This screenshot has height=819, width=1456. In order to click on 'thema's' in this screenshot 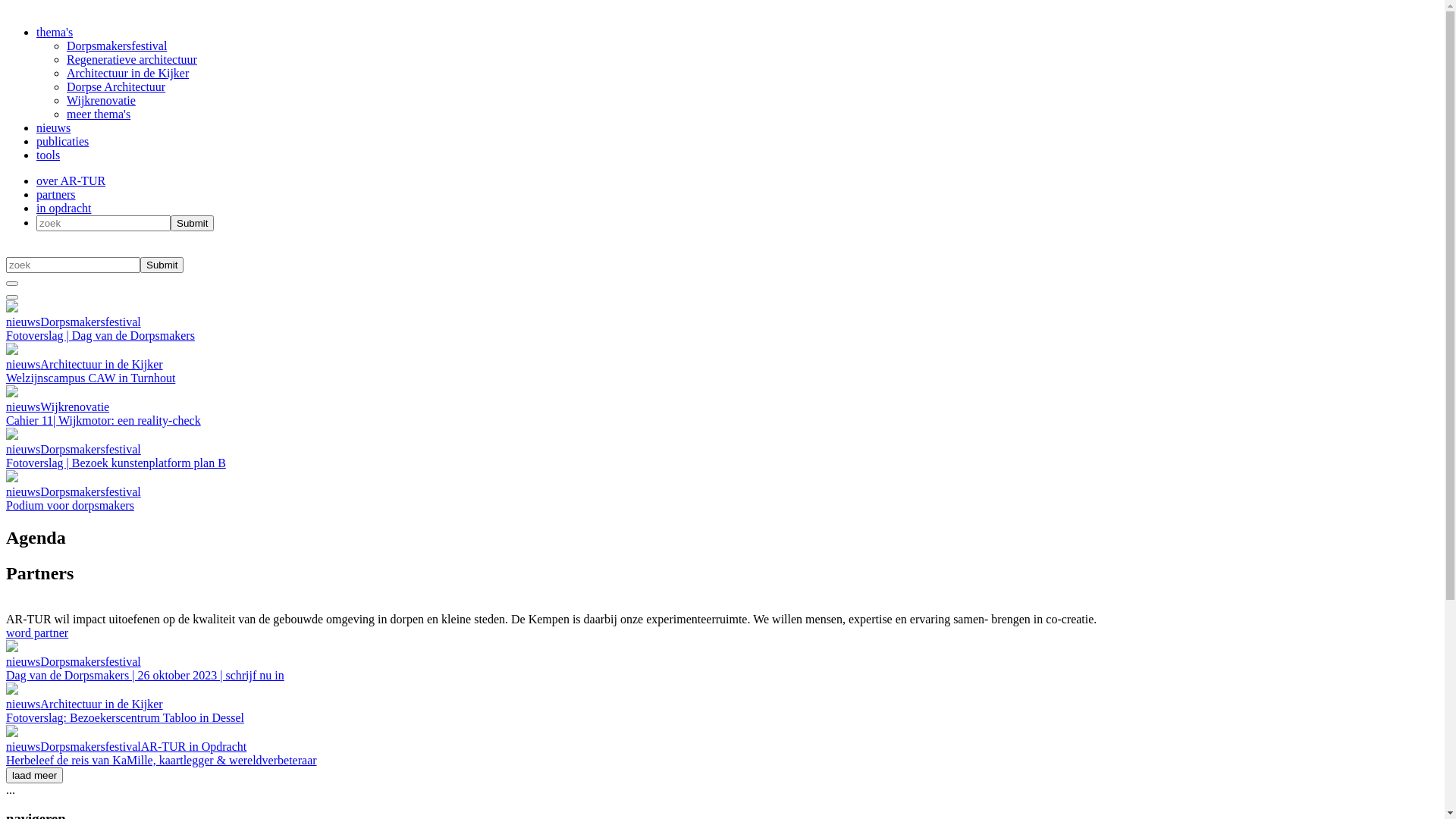, I will do `click(55, 32)`.